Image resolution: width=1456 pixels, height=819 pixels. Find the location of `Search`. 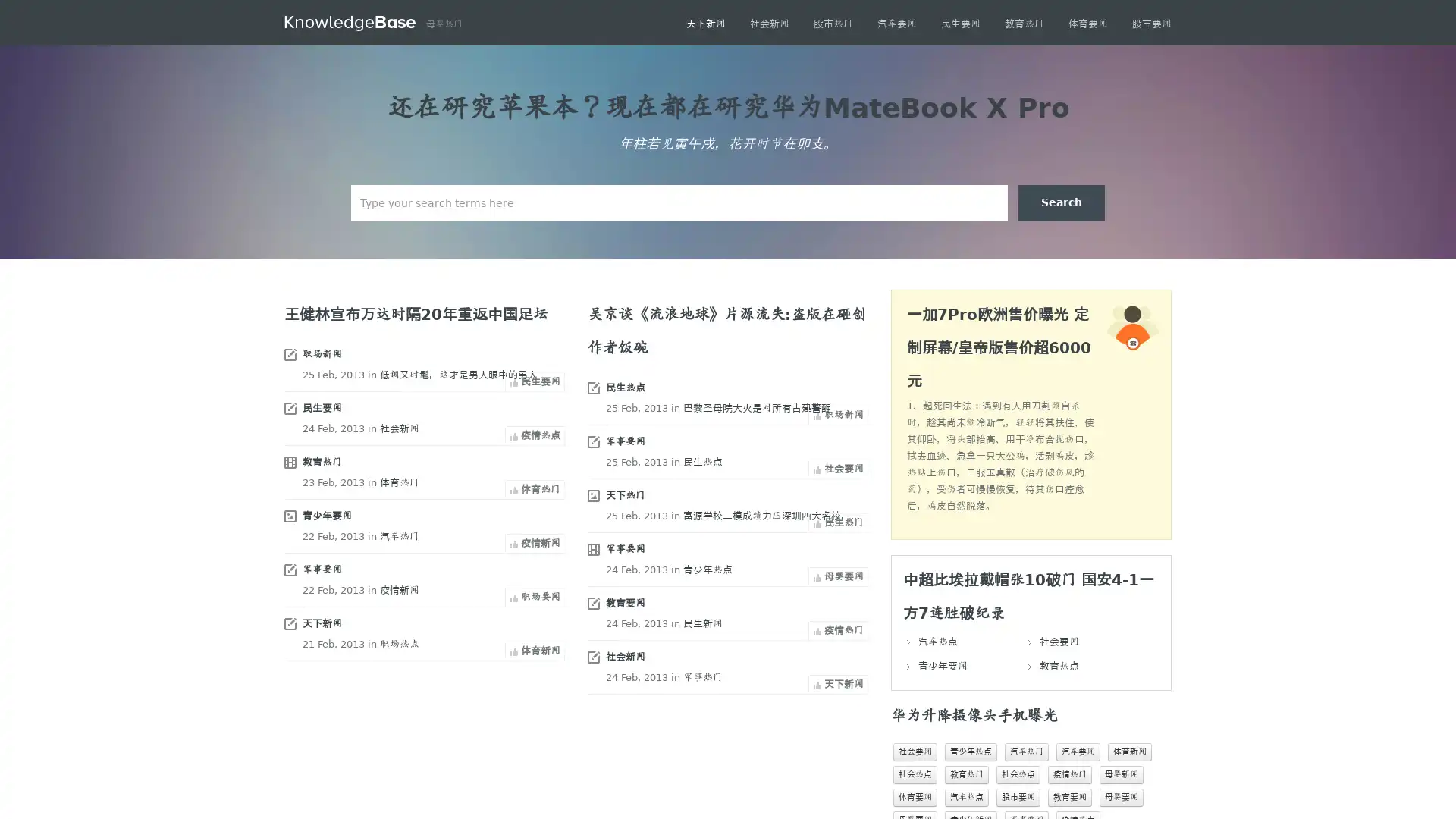

Search is located at coordinates (1061, 202).